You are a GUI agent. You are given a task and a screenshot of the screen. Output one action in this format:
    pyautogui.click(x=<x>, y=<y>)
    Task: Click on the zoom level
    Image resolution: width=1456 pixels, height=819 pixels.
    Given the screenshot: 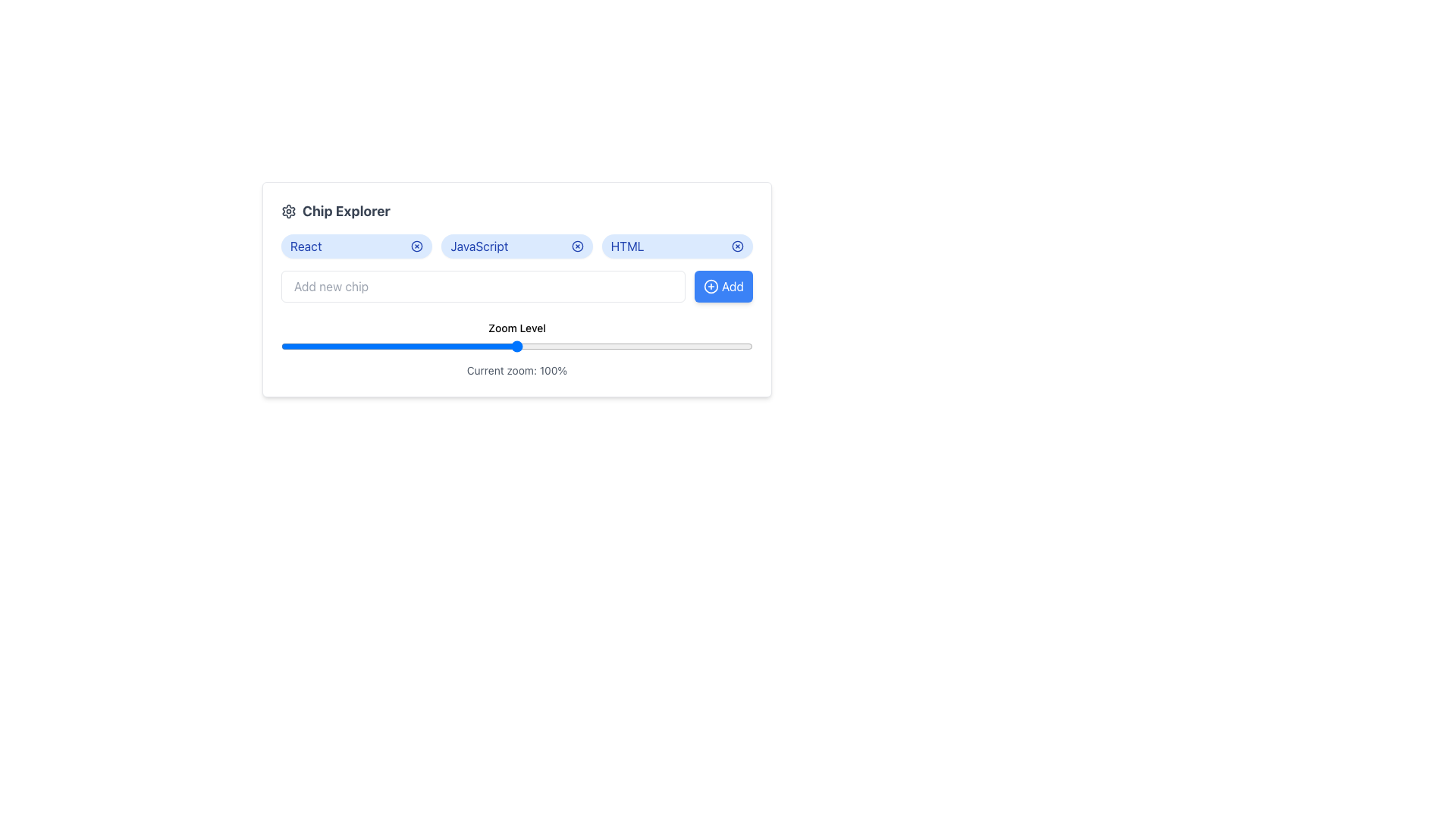 What is the action you would take?
    pyautogui.click(x=474, y=346)
    